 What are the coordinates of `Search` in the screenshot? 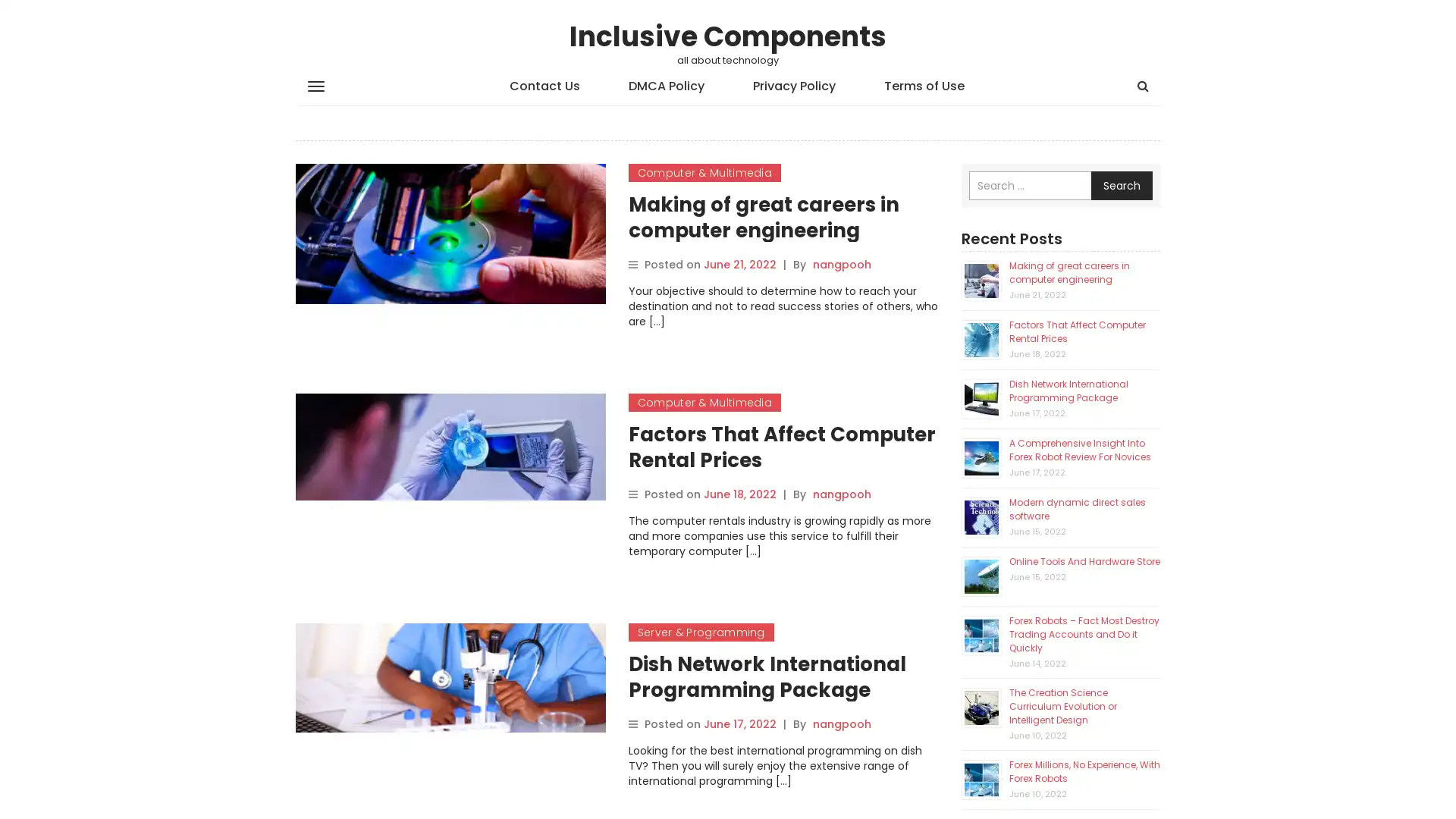 It's located at (1122, 185).